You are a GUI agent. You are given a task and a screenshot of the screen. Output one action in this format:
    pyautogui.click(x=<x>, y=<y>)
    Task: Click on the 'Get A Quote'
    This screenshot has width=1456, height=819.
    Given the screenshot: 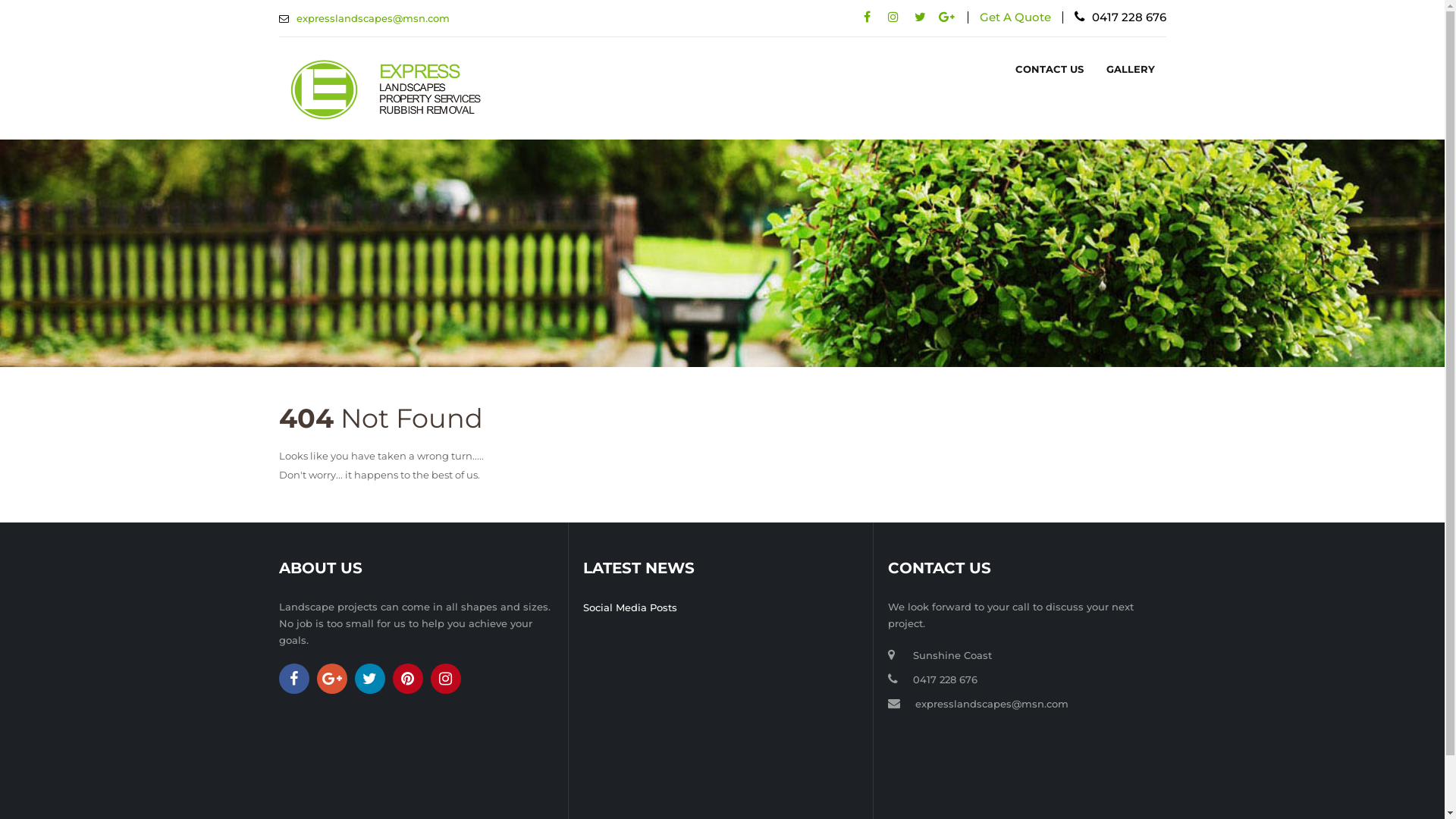 What is the action you would take?
    pyautogui.click(x=1015, y=17)
    